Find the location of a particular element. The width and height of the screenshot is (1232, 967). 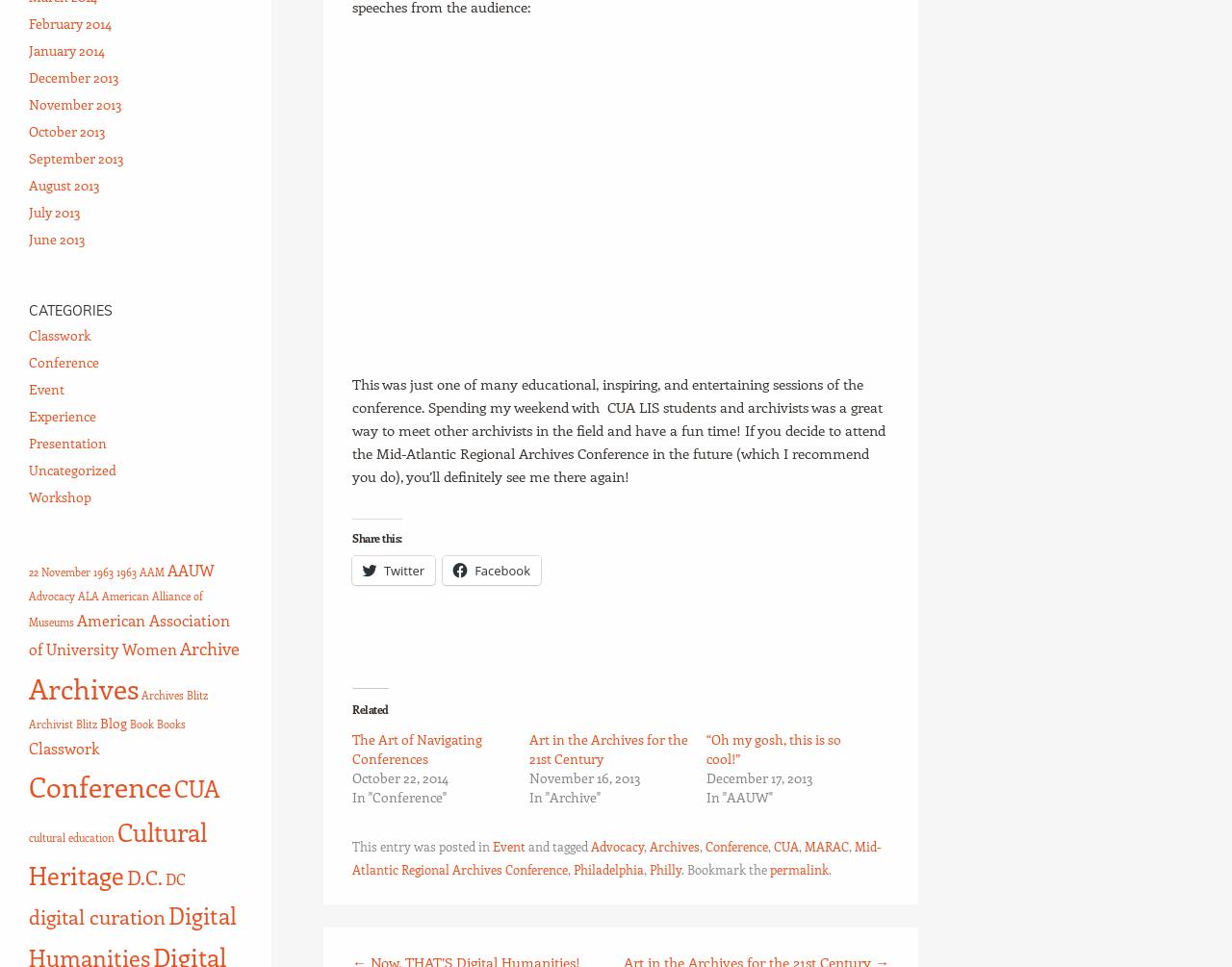

'Workshop' is located at coordinates (60, 496).